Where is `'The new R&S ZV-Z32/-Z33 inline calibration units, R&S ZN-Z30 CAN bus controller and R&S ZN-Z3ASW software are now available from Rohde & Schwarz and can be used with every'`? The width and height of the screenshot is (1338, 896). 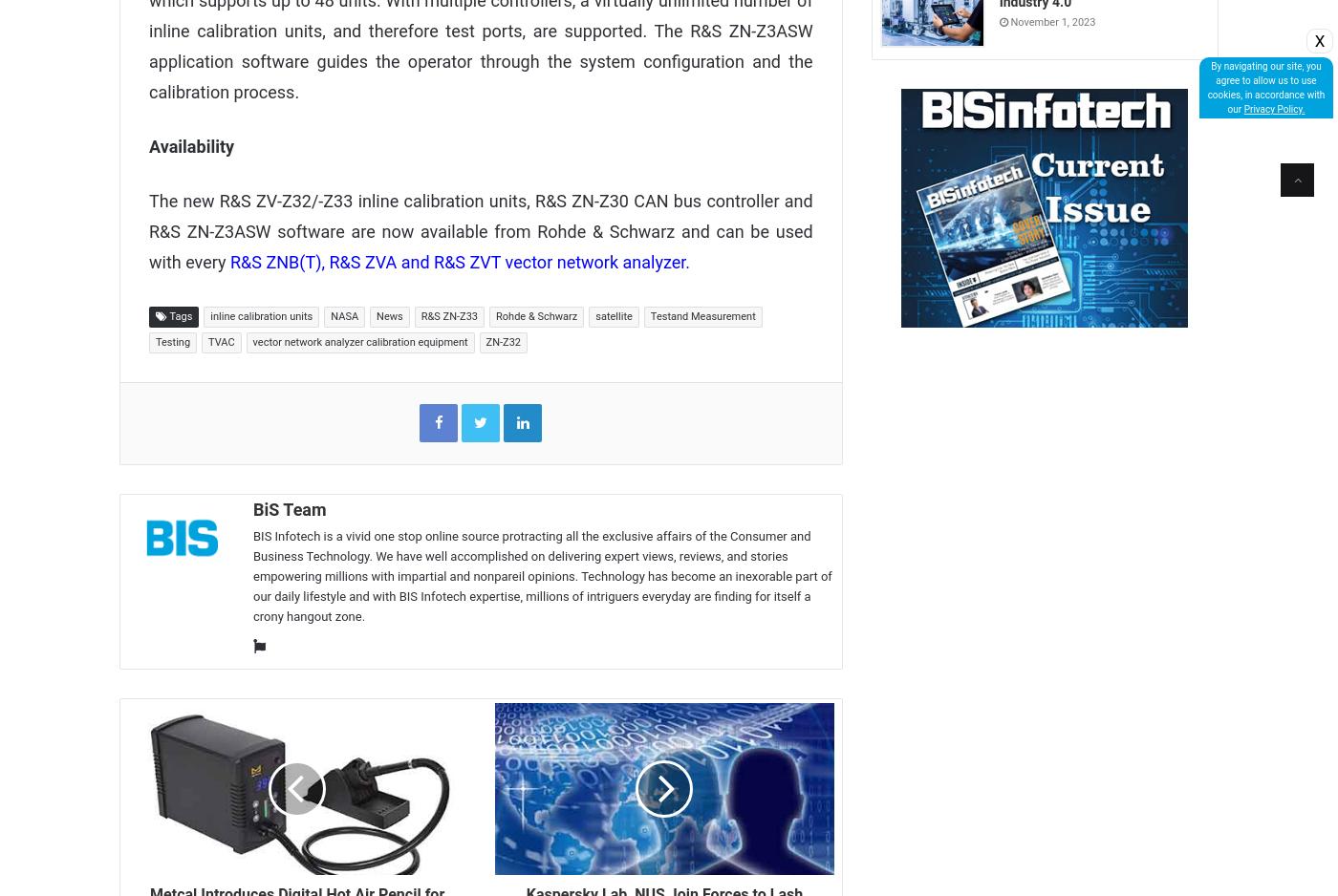 'The new R&S ZV-Z32/-Z33 inline calibration units, R&S ZN-Z30 CAN bus controller and R&S ZN-Z3ASW software are now available from Rohde & Schwarz and can be used with every' is located at coordinates (480, 229).